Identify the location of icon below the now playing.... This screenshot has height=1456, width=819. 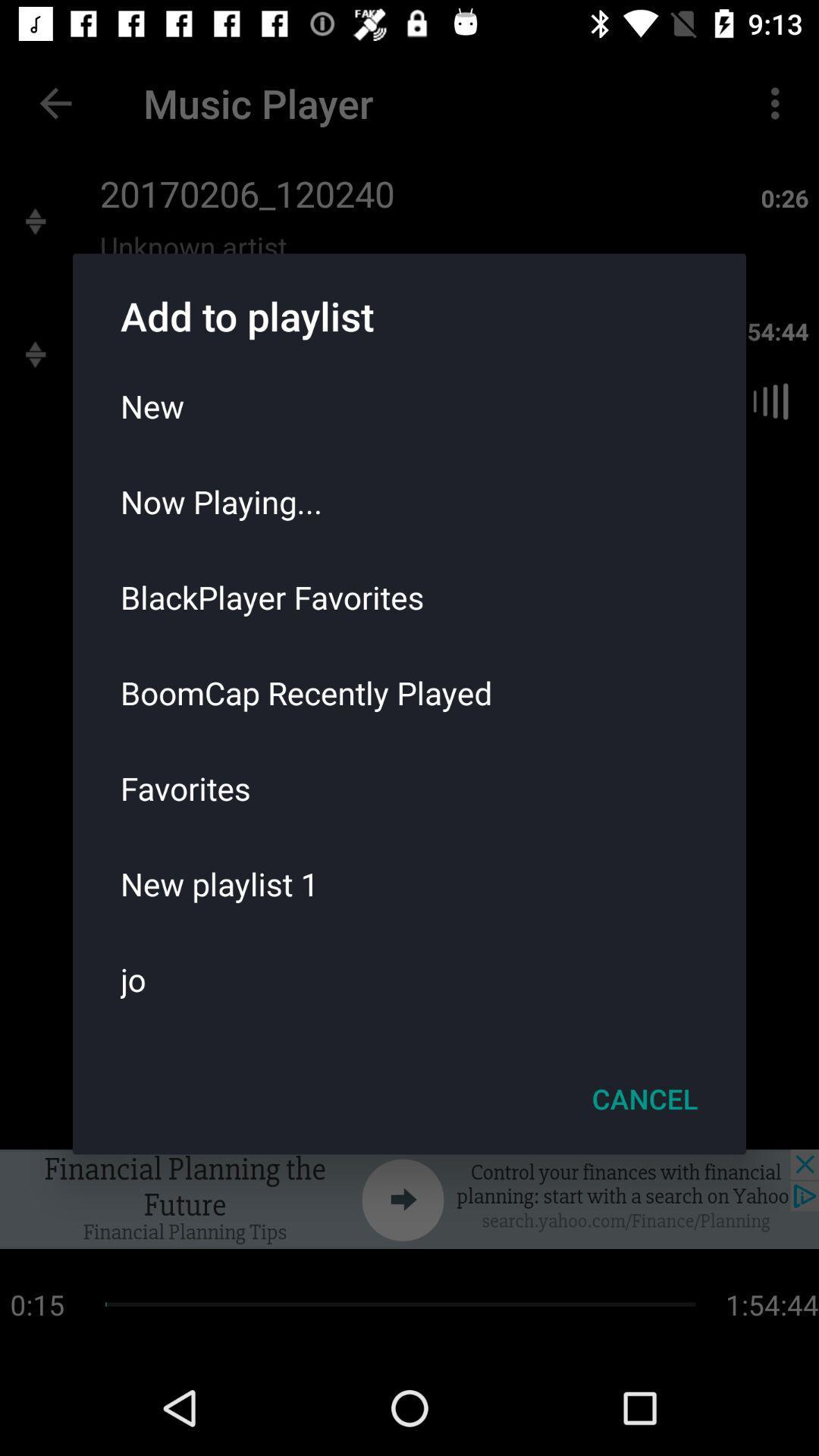
(409, 596).